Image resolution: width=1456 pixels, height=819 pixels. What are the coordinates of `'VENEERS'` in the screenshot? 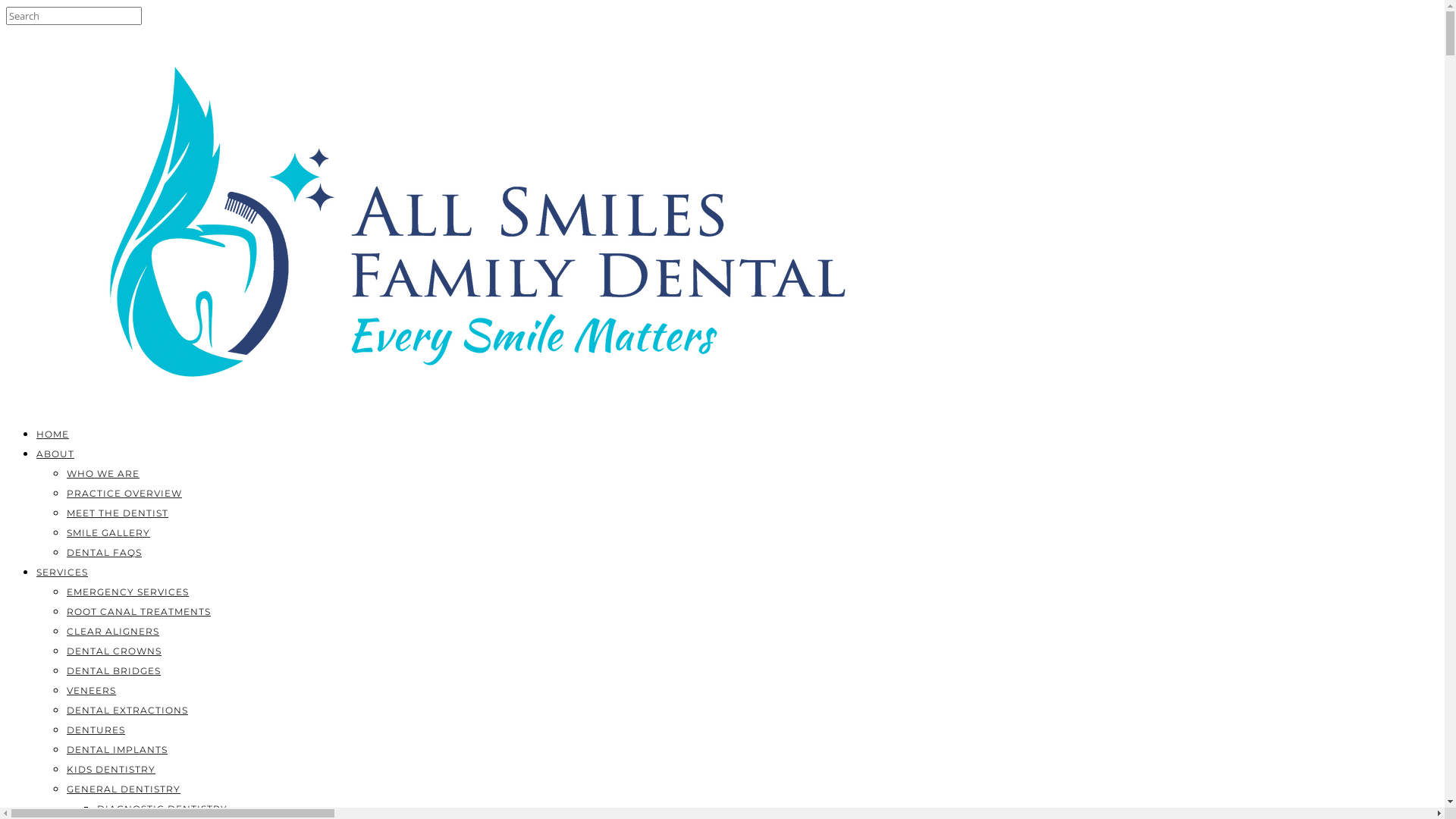 It's located at (65, 690).